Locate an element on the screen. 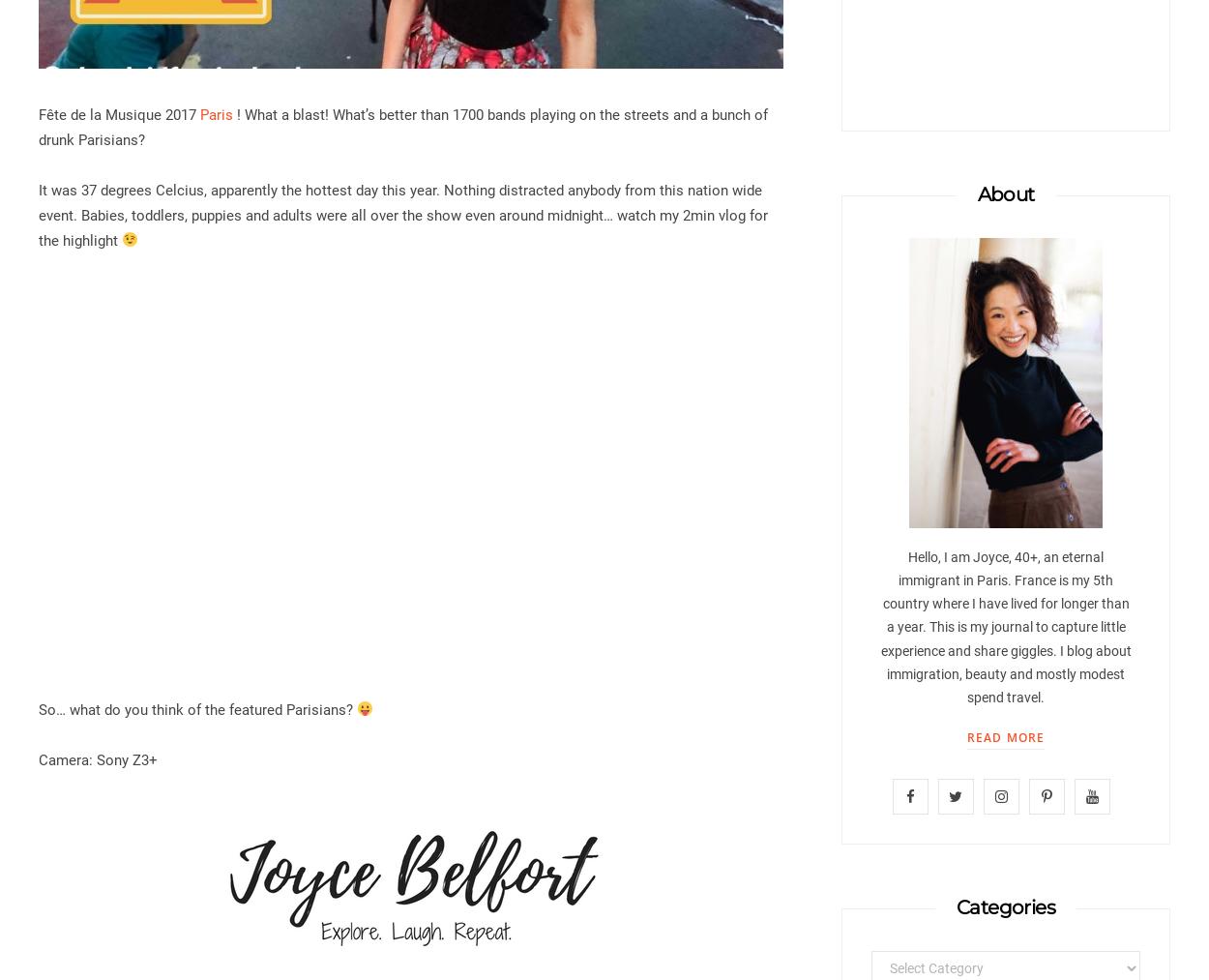 The image size is (1209, 980). 'Camera: Sony Z3+' is located at coordinates (97, 758).